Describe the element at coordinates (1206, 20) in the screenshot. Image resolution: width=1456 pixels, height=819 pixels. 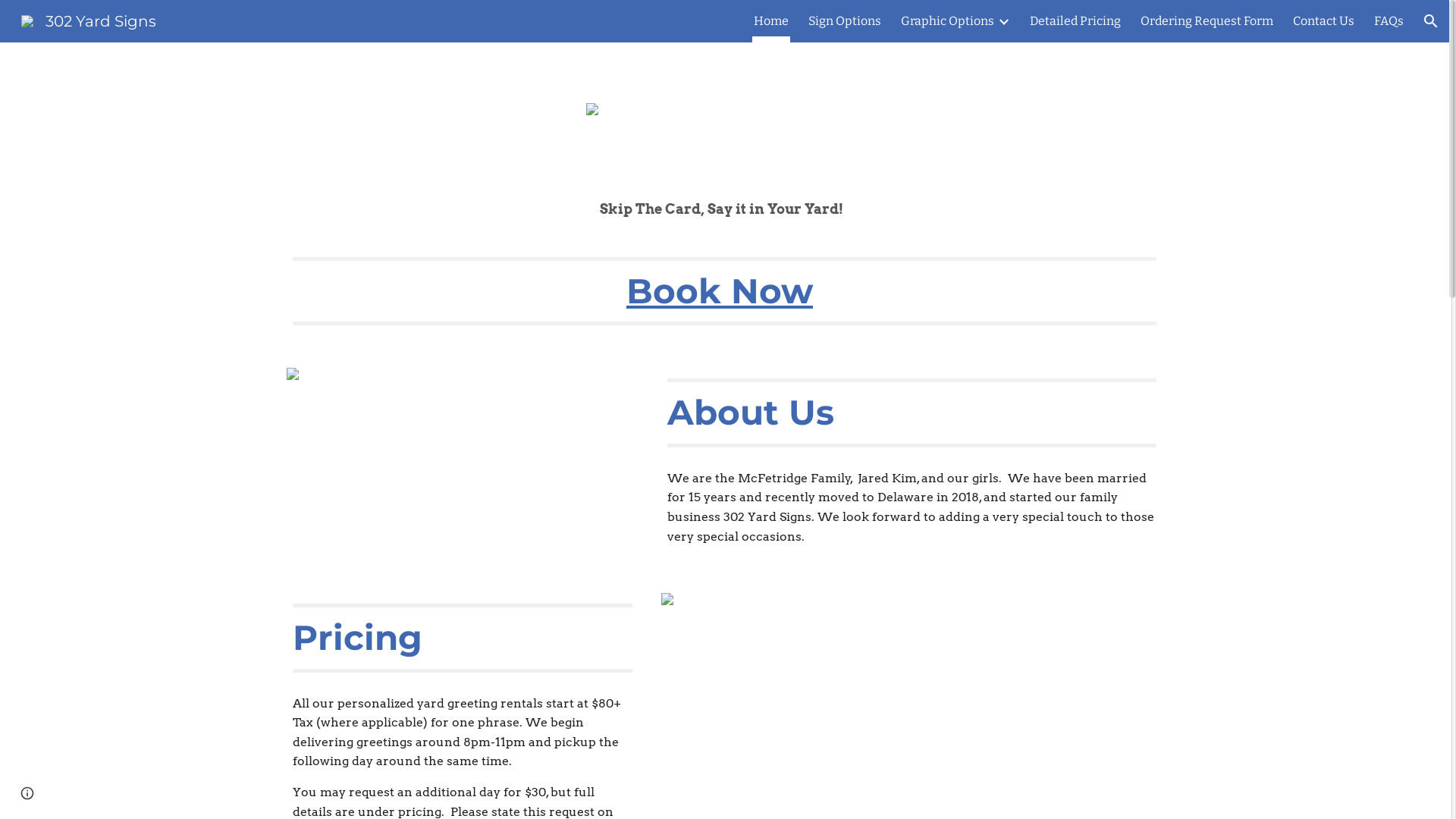
I see `'Ordering Request Form'` at that location.